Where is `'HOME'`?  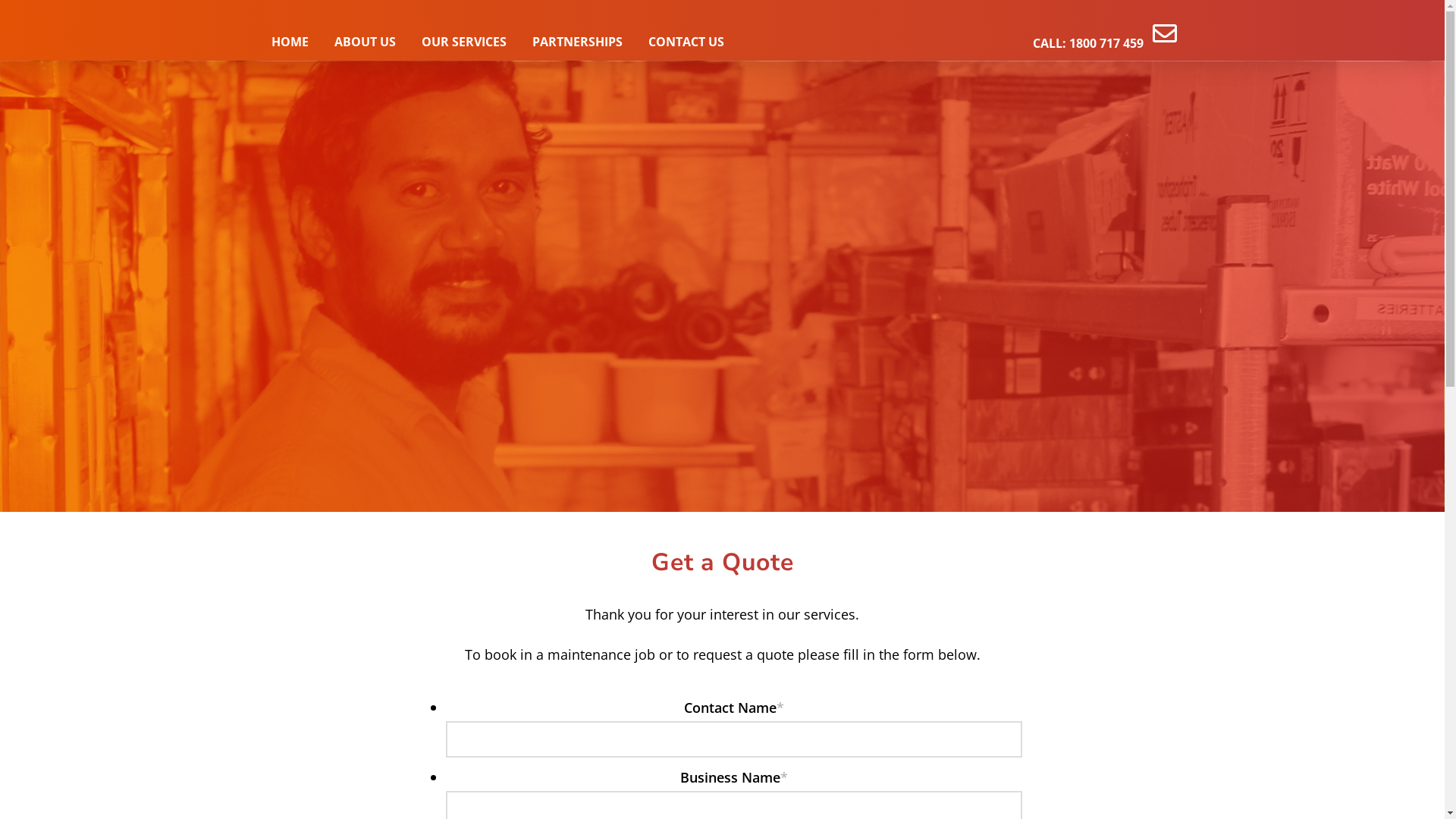 'HOME' is located at coordinates (289, 40).